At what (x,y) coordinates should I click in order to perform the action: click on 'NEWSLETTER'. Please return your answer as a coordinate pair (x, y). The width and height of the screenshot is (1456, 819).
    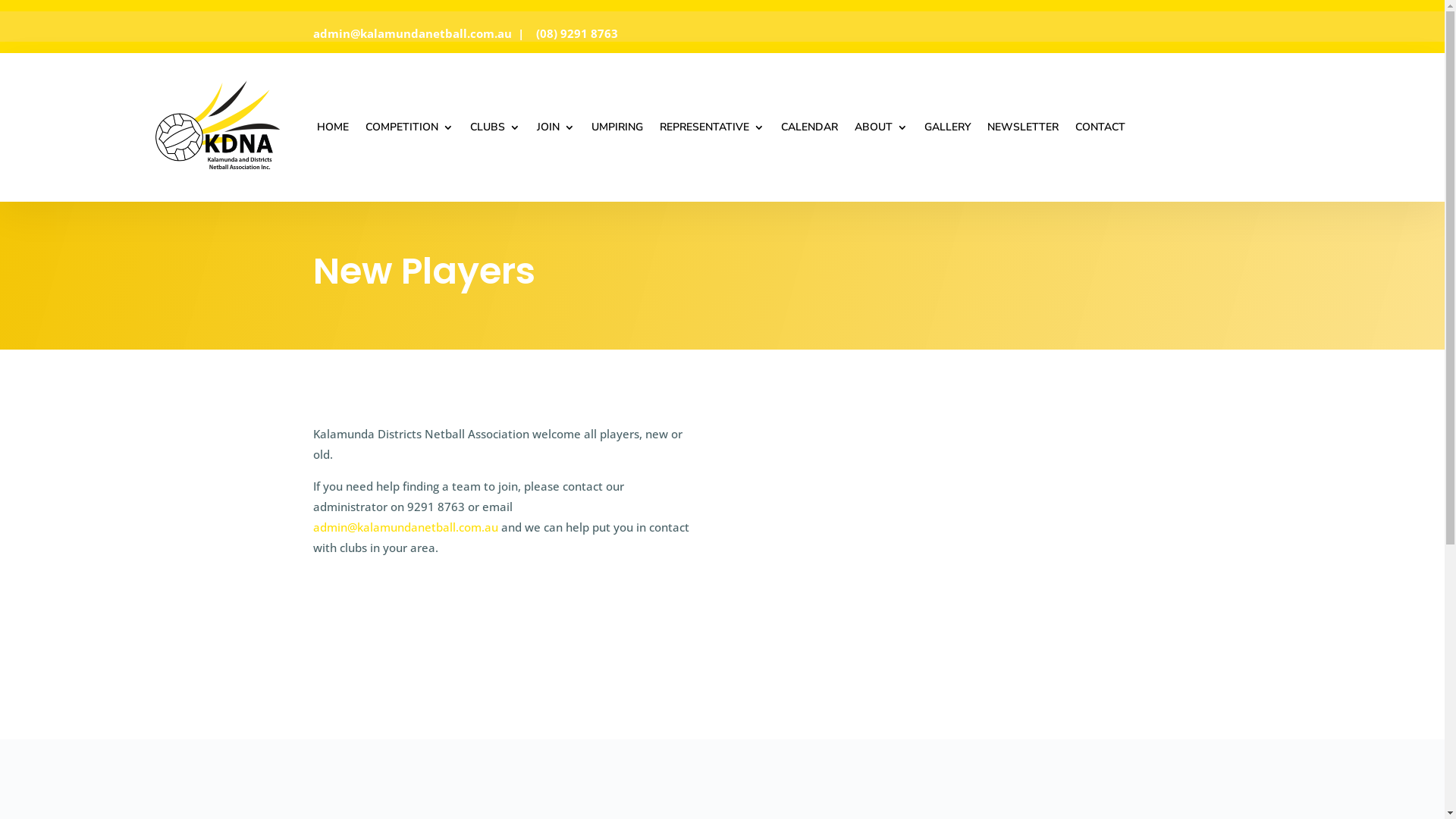
    Looking at the image, I should click on (987, 127).